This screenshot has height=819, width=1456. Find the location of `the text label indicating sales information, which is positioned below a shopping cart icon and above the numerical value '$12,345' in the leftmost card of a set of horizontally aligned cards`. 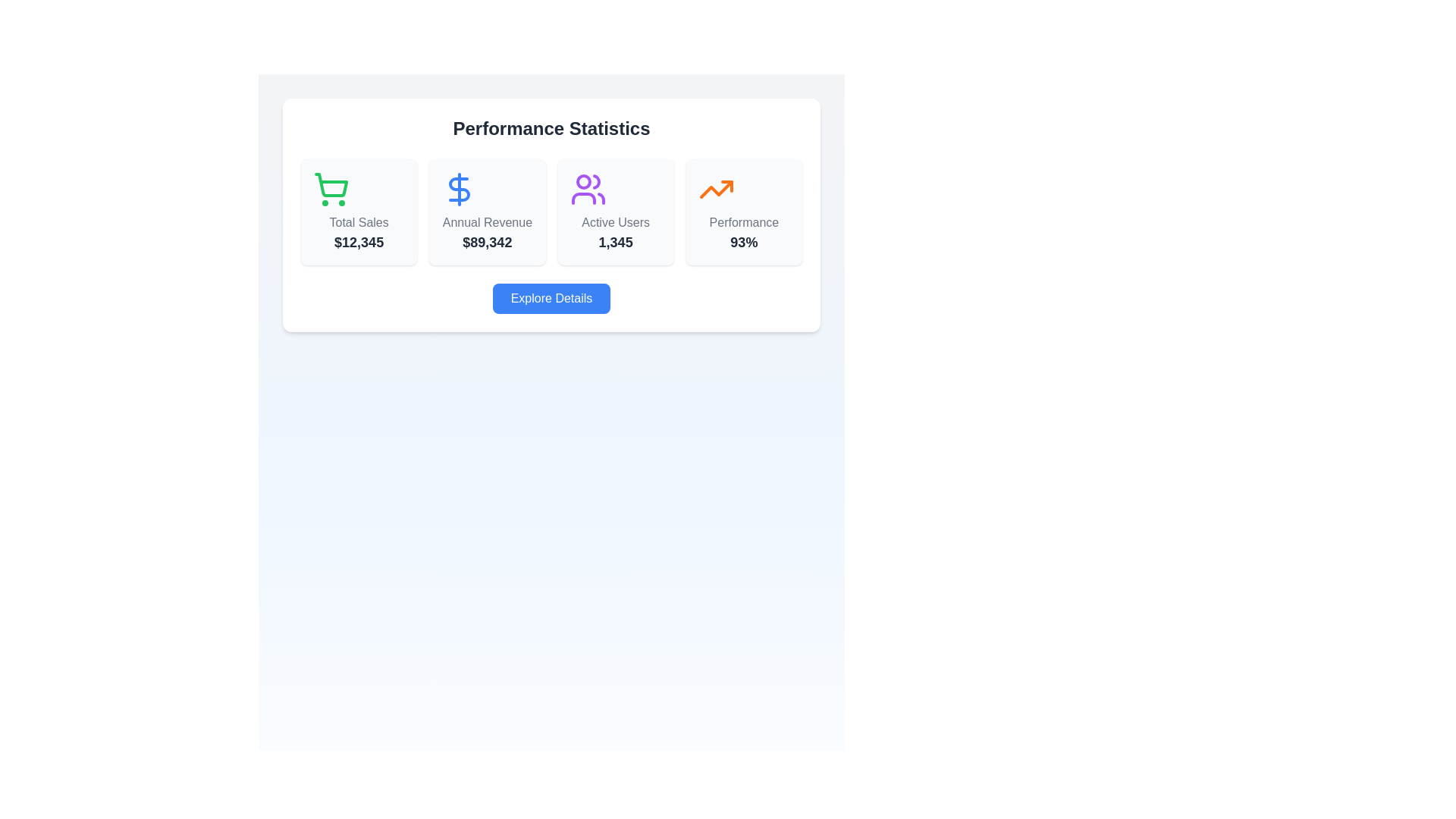

the text label indicating sales information, which is positioned below a shopping cart icon and above the numerical value '$12,345' in the leftmost card of a set of horizontally aligned cards is located at coordinates (358, 222).